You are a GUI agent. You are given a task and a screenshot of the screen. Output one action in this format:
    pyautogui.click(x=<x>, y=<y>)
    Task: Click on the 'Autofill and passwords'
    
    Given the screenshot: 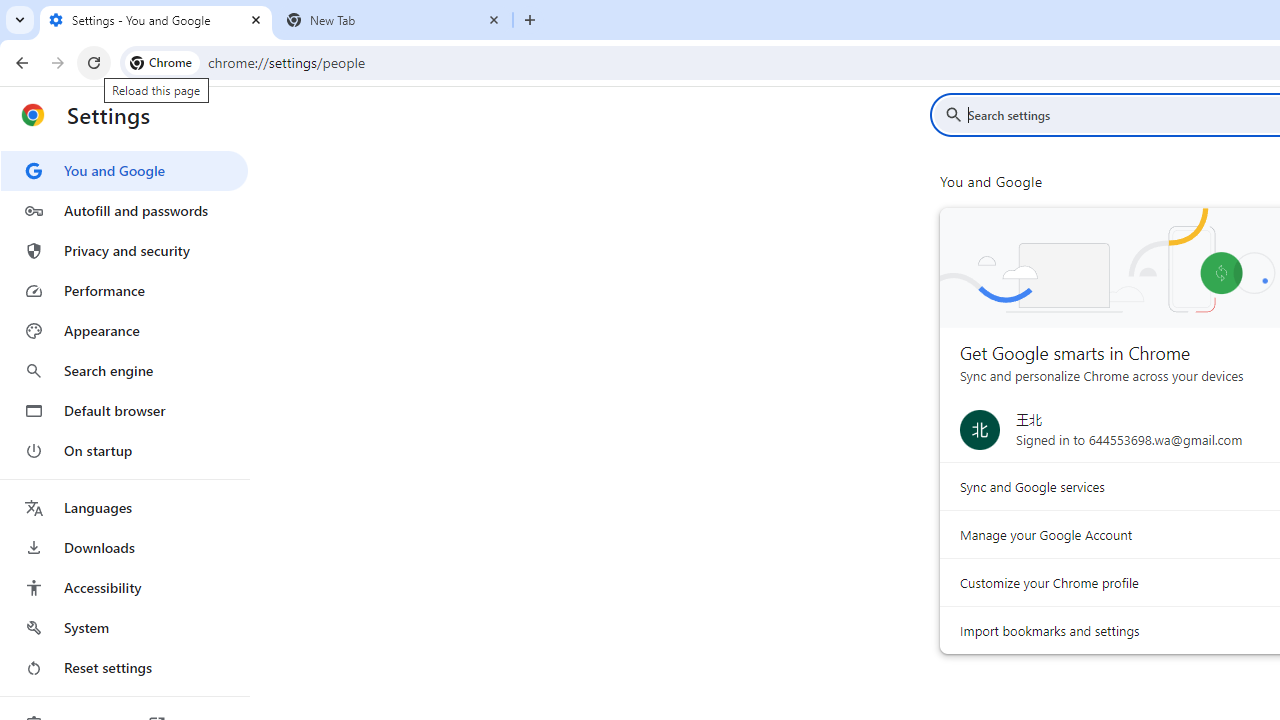 What is the action you would take?
    pyautogui.click(x=123, y=210)
    